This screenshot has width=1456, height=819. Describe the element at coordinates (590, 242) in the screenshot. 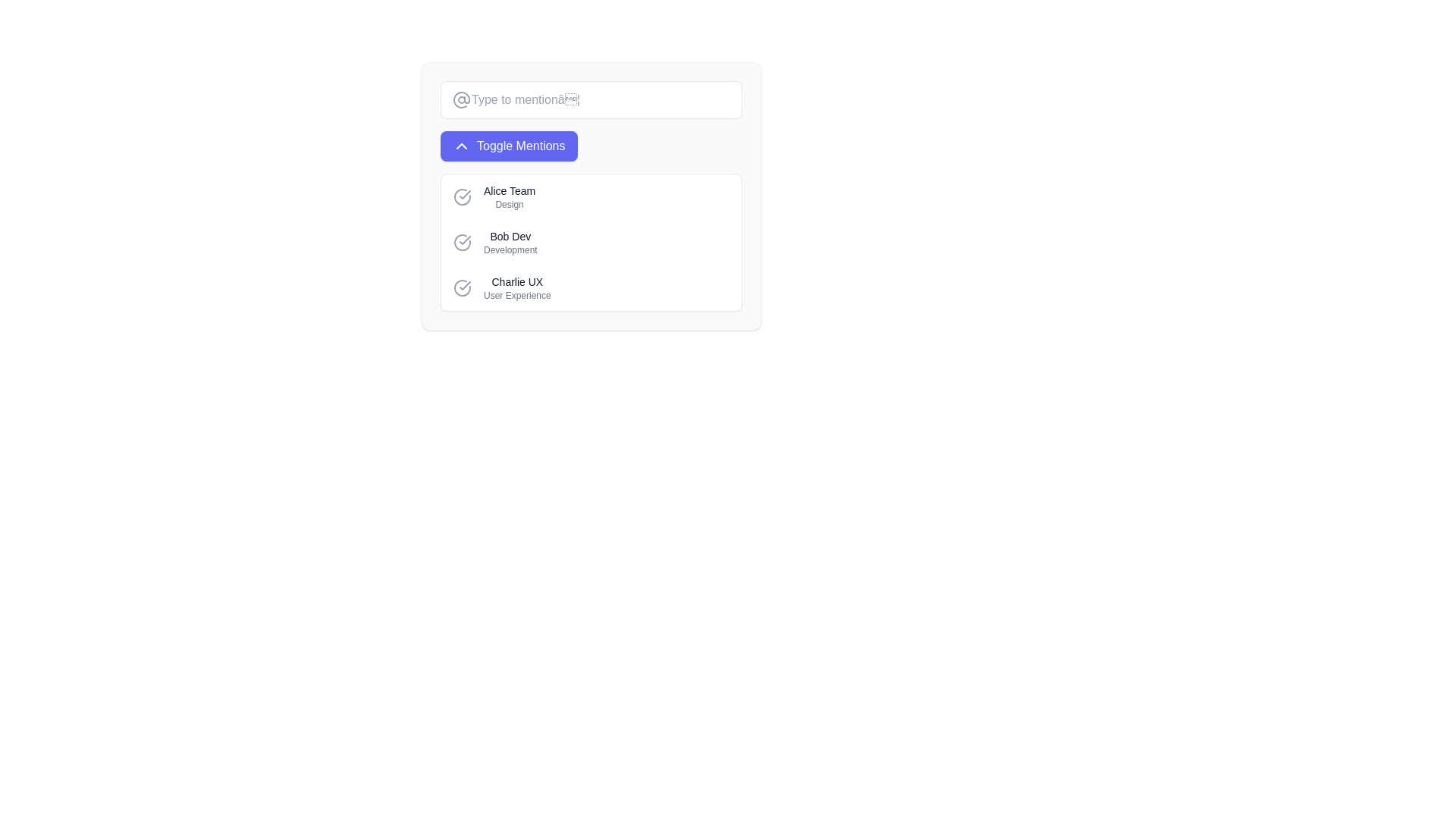

I see `the second list item representing a user or entity entry, which is positioned between 'Alice Team Design' and 'Charlie UX User Experience'` at that location.